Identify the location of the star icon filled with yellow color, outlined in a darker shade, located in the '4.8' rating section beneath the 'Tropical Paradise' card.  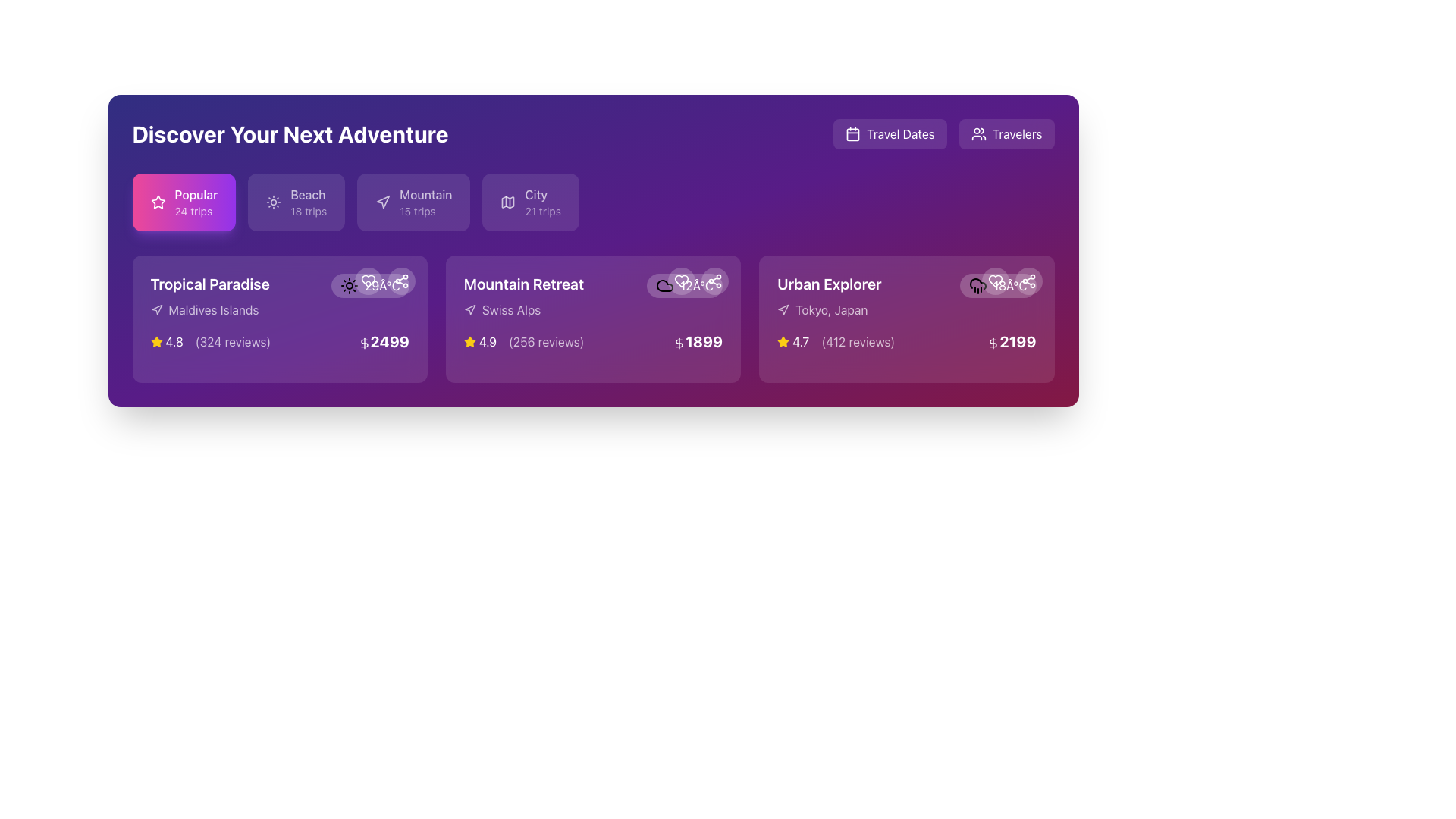
(156, 342).